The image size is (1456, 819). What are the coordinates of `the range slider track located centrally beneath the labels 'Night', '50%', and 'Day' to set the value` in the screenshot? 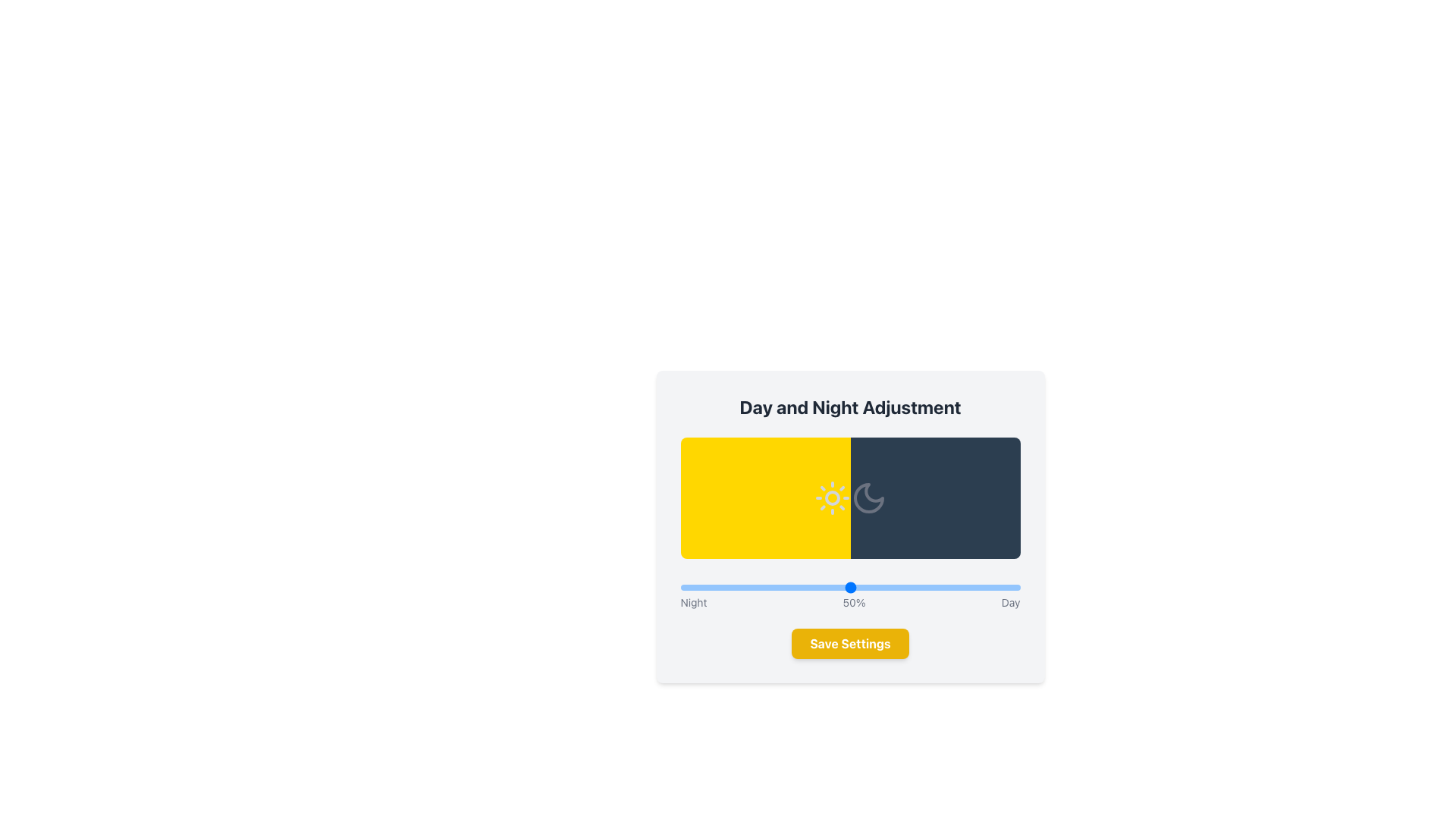 It's located at (850, 587).